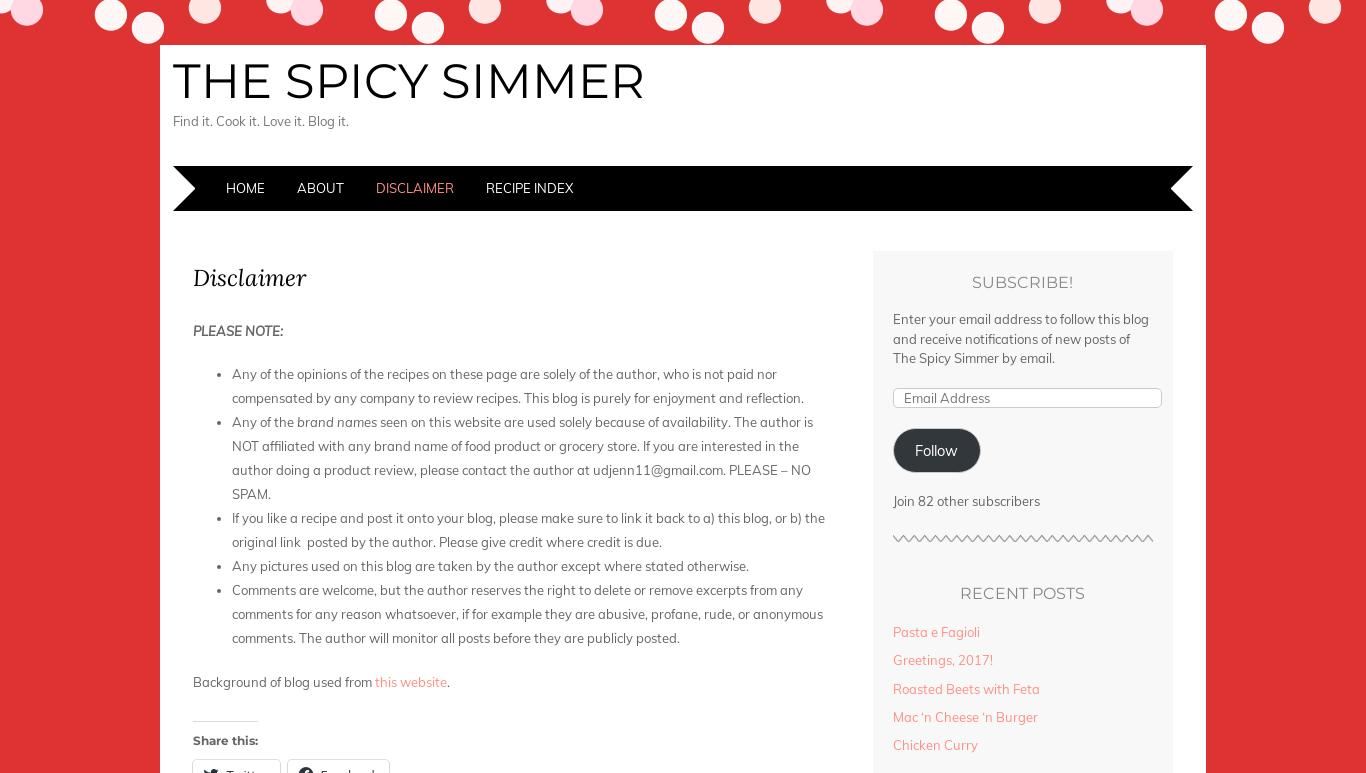  I want to click on 'this website', so click(408, 680).